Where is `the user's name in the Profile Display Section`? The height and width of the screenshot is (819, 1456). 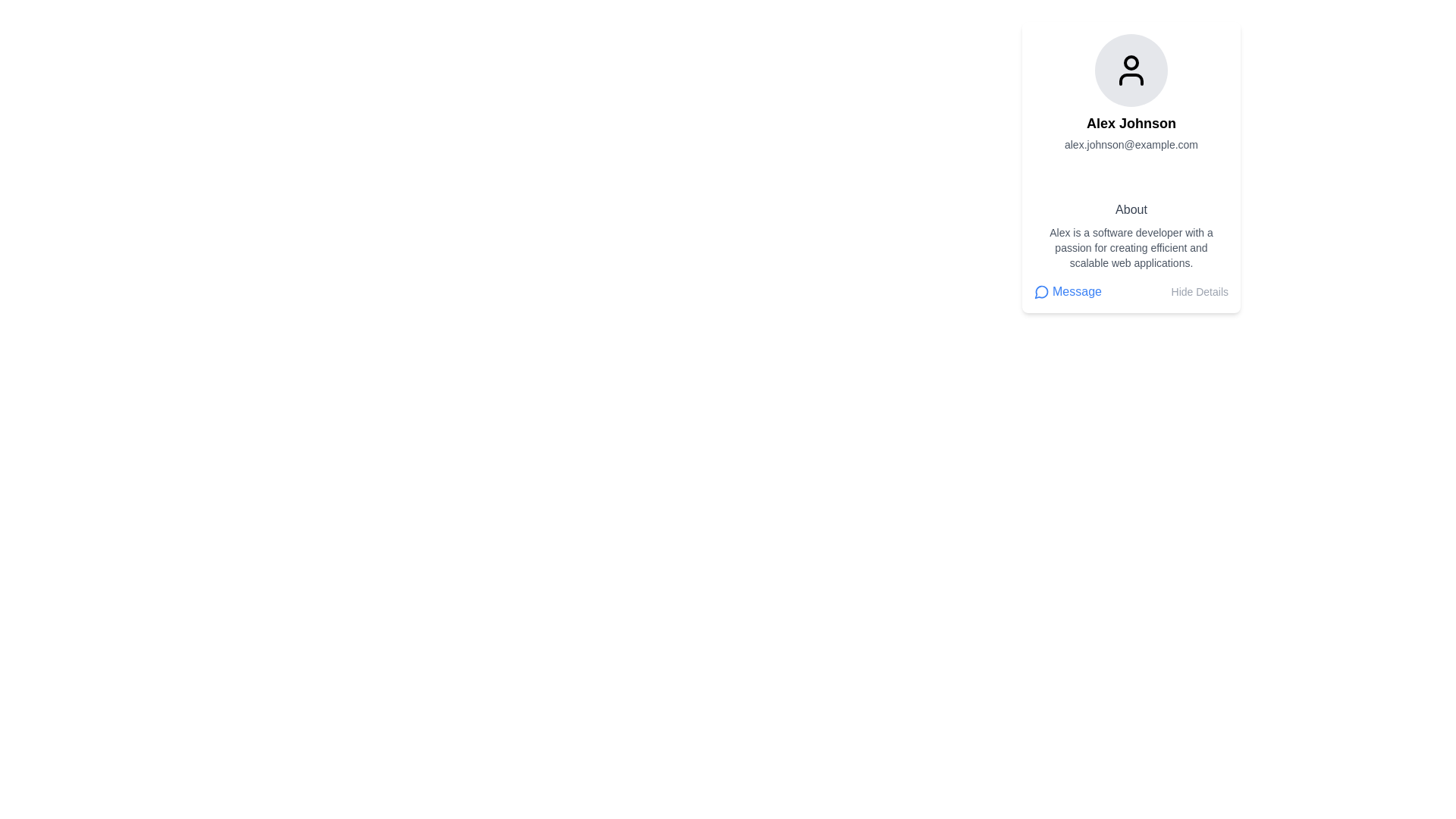 the user's name in the Profile Display Section is located at coordinates (1131, 110).